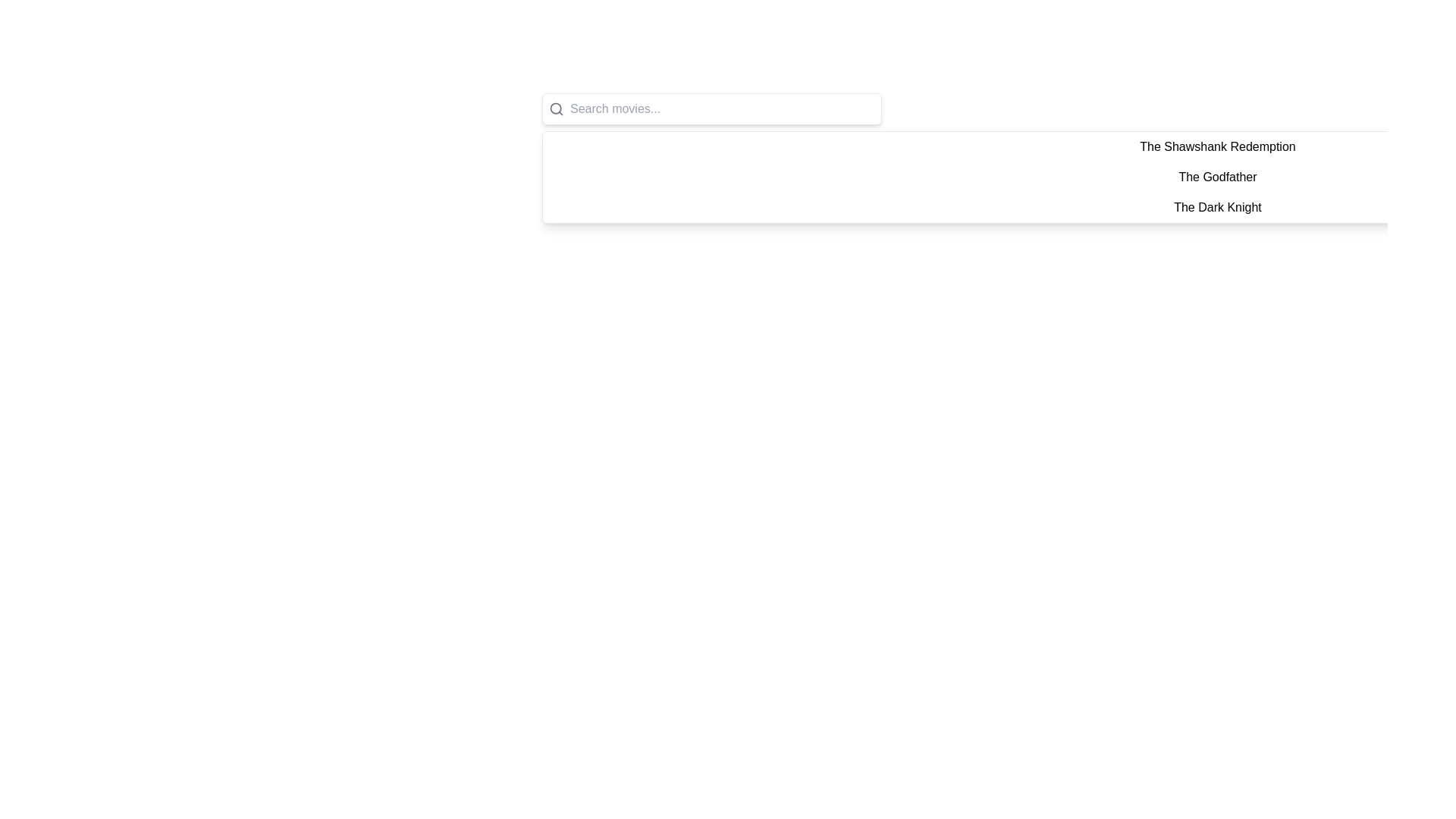 This screenshot has height=819, width=1456. What do you see at coordinates (555, 108) in the screenshot?
I see `the circular part of the magnifying glass icon, which visually represents the lens and indicates the search functionality` at bounding box center [555, 108].